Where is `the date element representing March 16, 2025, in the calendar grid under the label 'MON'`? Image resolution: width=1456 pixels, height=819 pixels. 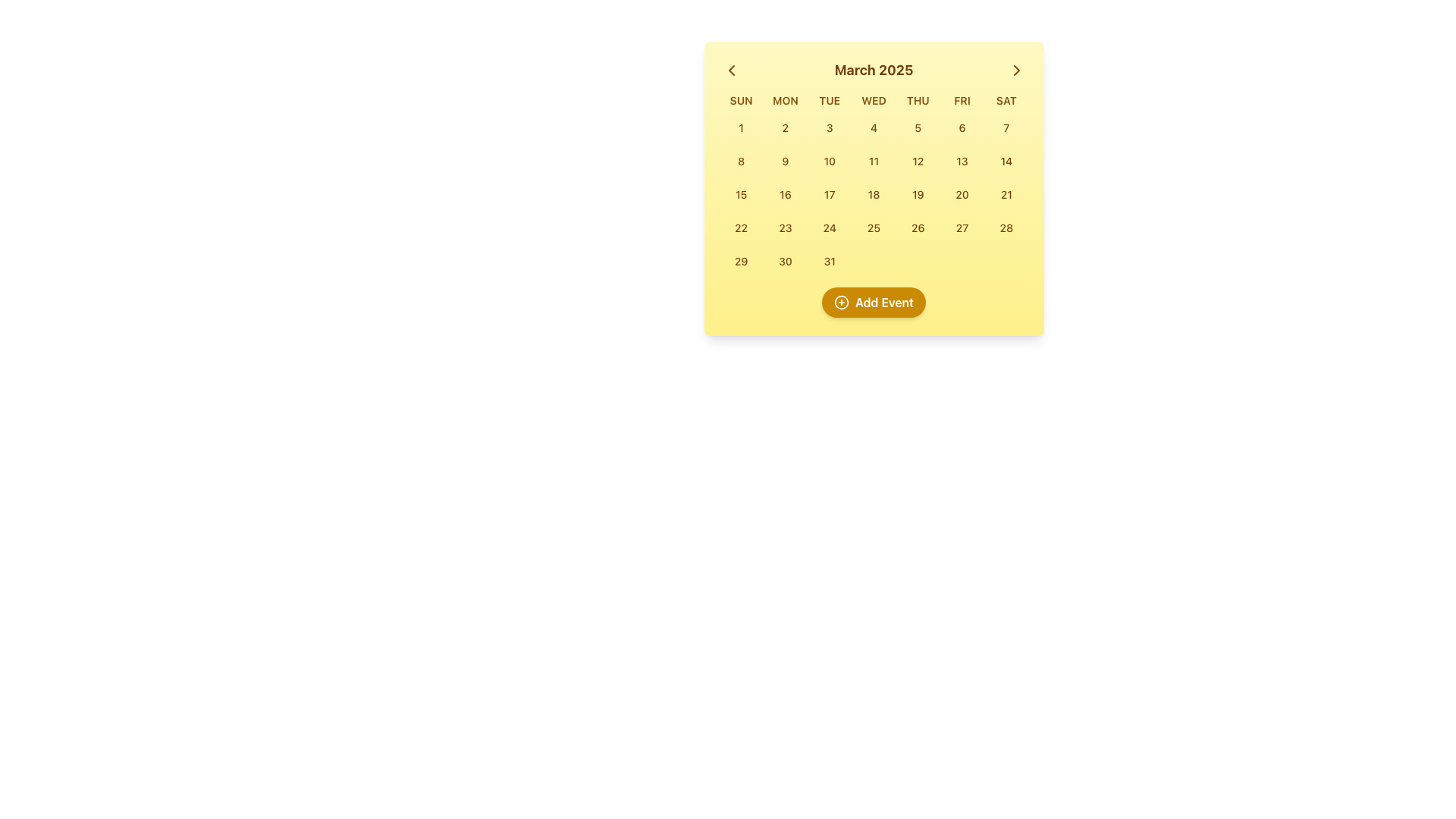 the date element representing March 16, 2025, in the calendar grid under the label 'MON' is located at coordinates (785, 194).